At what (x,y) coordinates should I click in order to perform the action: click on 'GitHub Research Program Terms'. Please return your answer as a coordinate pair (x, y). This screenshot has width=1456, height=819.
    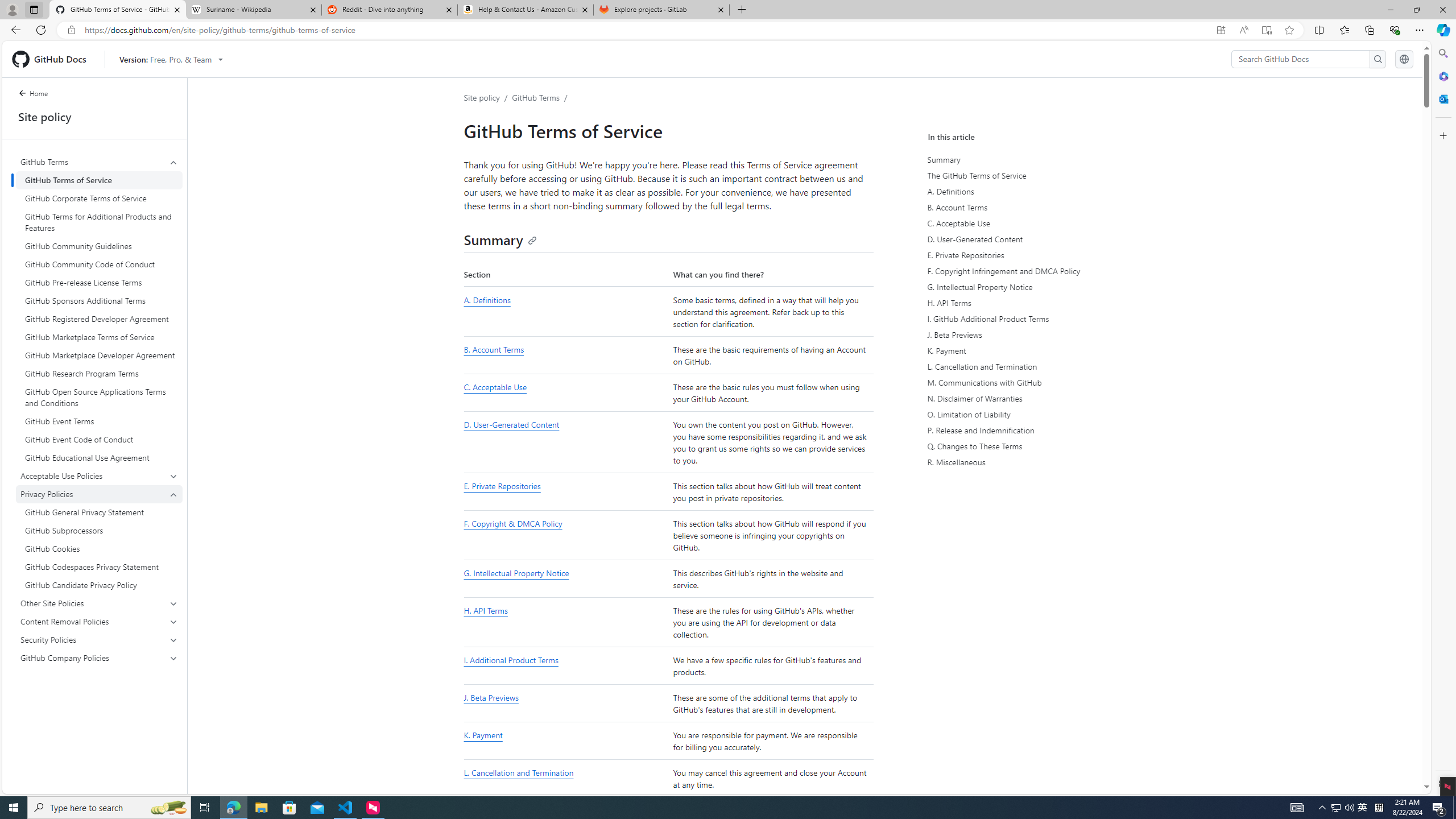
    Looking at the image, I should click on (99, 373).